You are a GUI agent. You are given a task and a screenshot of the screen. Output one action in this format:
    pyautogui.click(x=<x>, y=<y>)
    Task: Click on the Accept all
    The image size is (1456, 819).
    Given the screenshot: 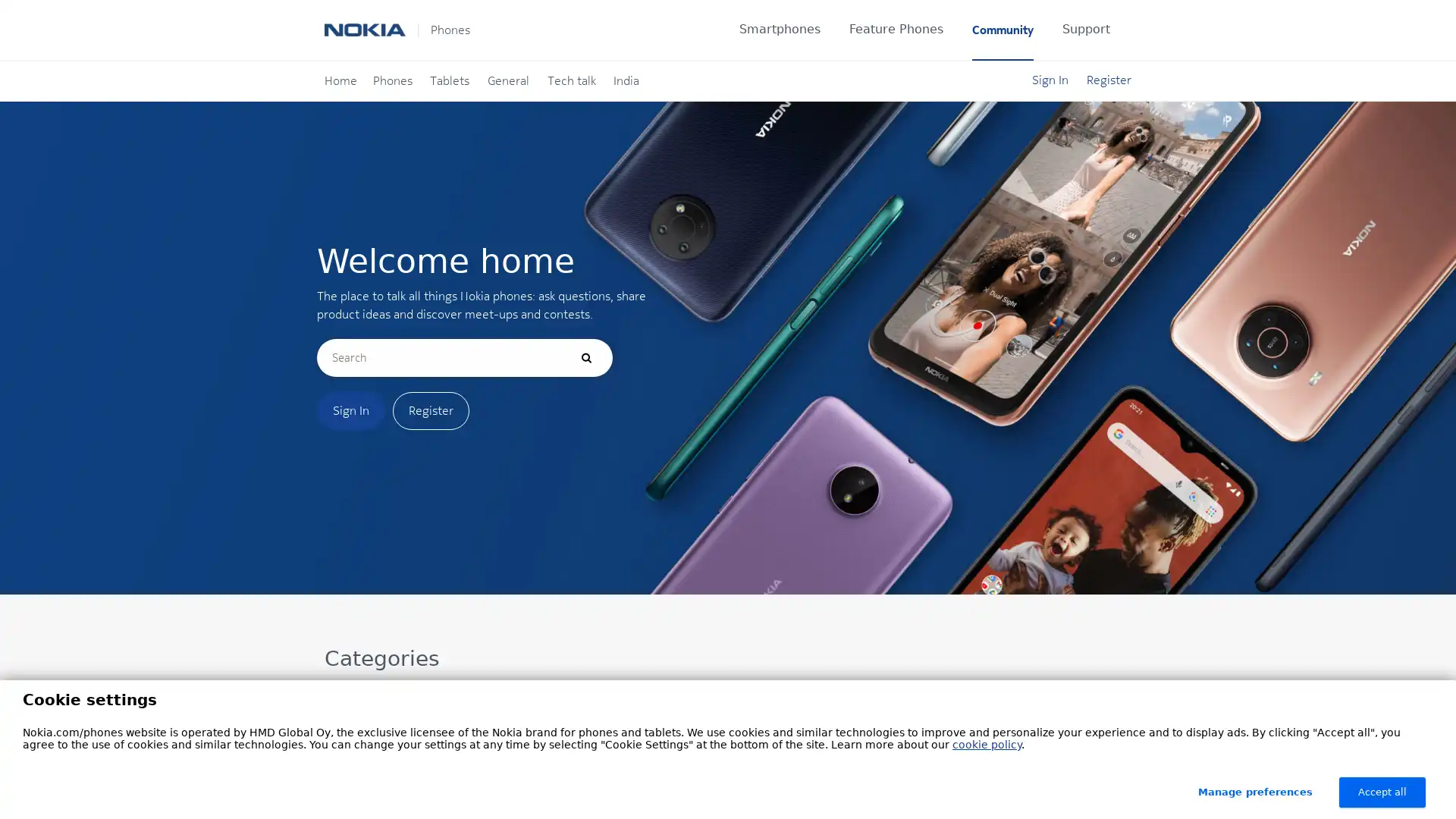 What is the action you would take?
    pyautogui.click(x=1382, y=792)
    